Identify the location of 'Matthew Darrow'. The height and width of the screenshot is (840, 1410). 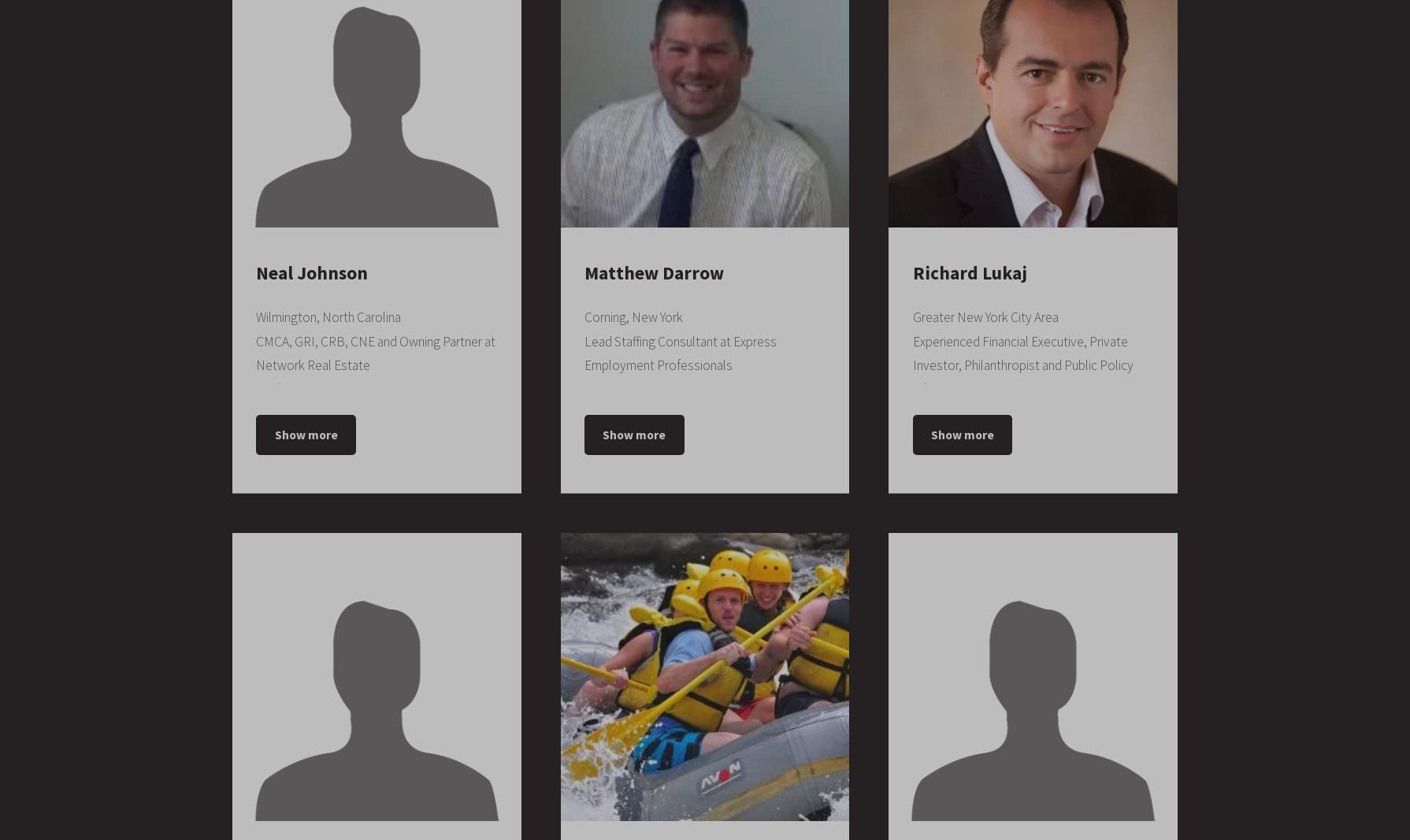
(652, 272).